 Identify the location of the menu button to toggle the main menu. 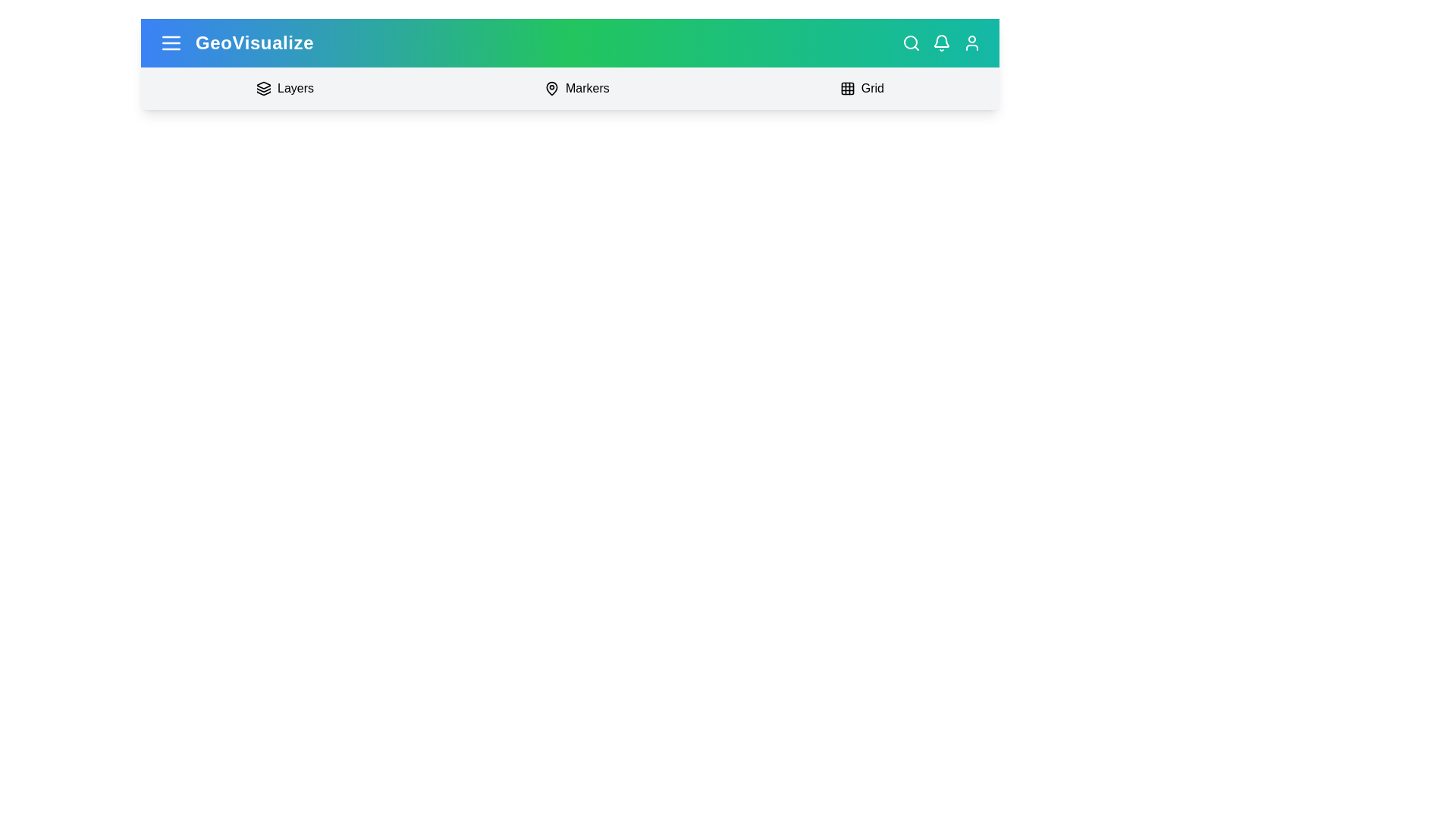
(171, 42).